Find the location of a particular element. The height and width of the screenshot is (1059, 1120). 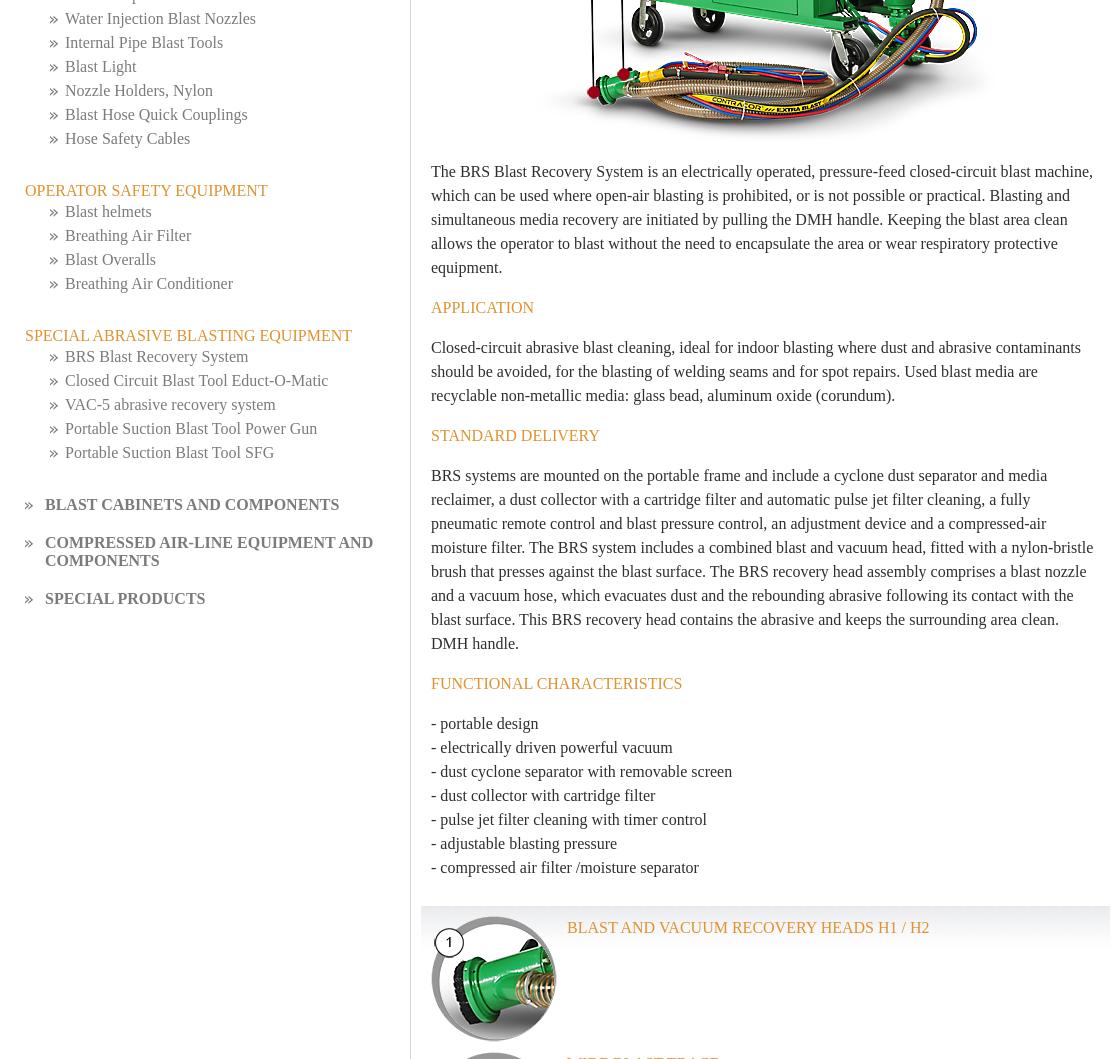

'SPECIAL PRODUCTS' is located at coordinates (124, 597).